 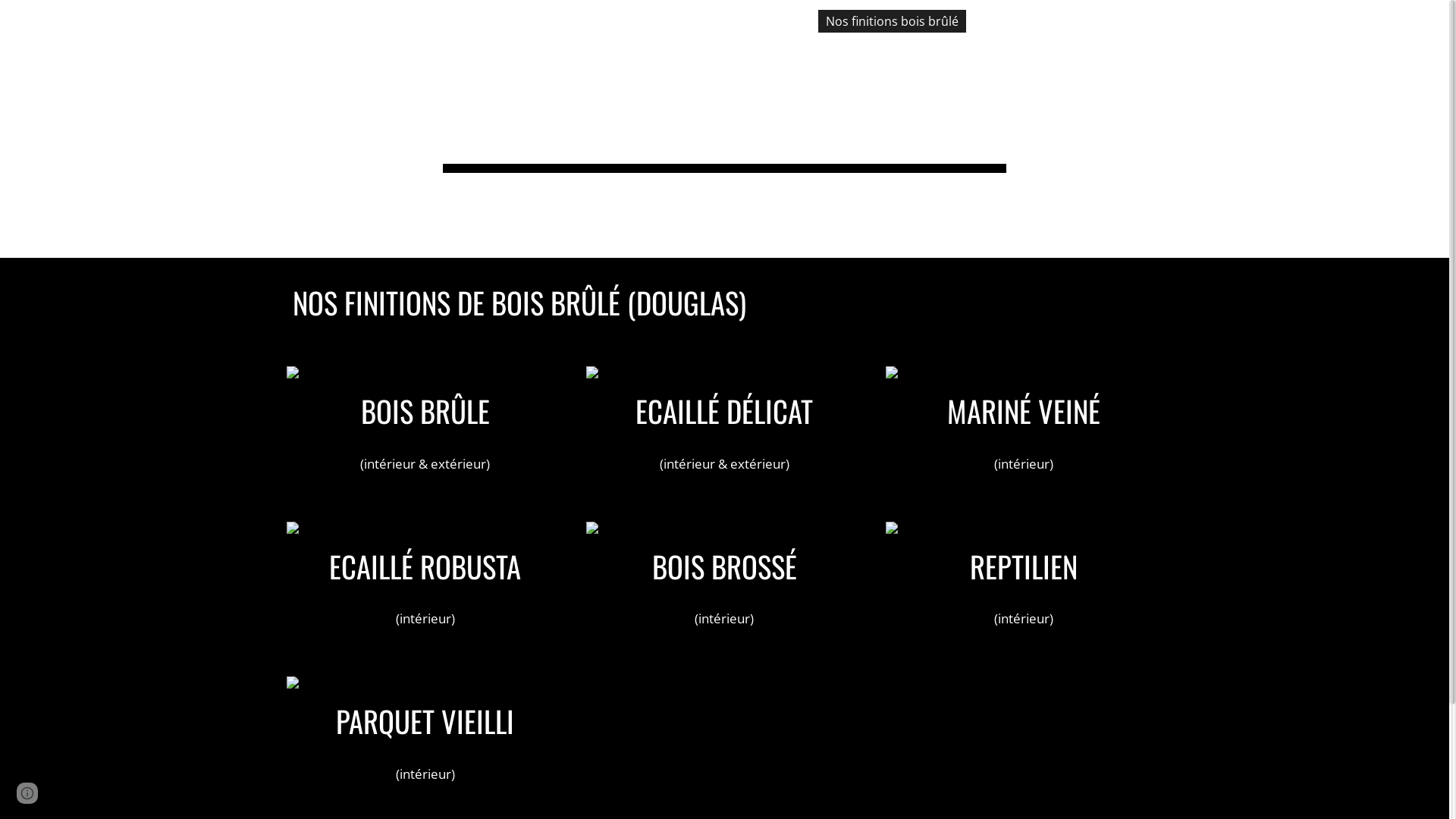 I want to click on 'Nos bois de terrasse', so click(x=976, y=20).